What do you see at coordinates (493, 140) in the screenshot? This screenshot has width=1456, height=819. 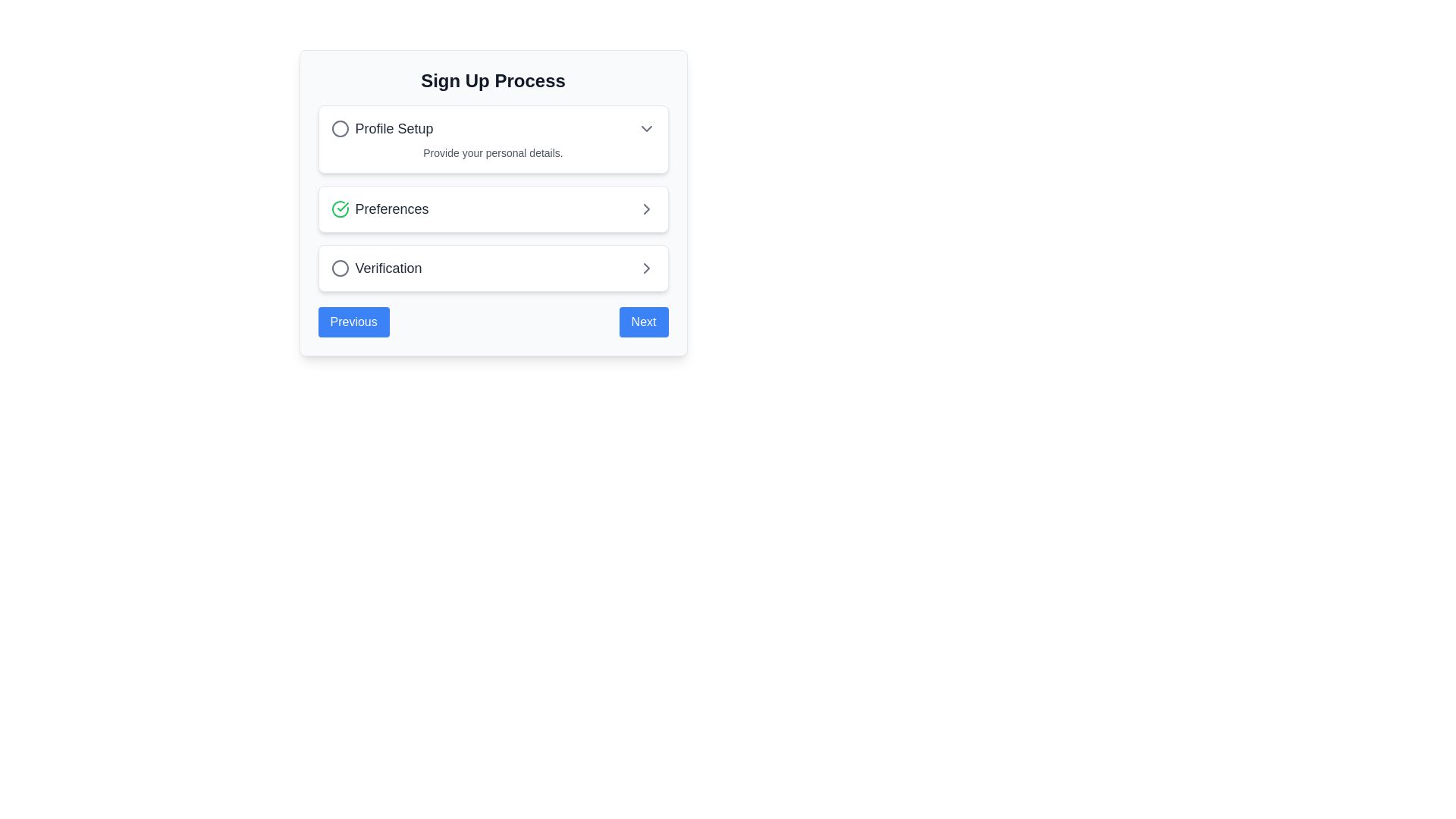 I see `the 'Profile Setup' card which is the first card in a vertical stack with a white background and rounded corners` at bounding box center [493, 140].